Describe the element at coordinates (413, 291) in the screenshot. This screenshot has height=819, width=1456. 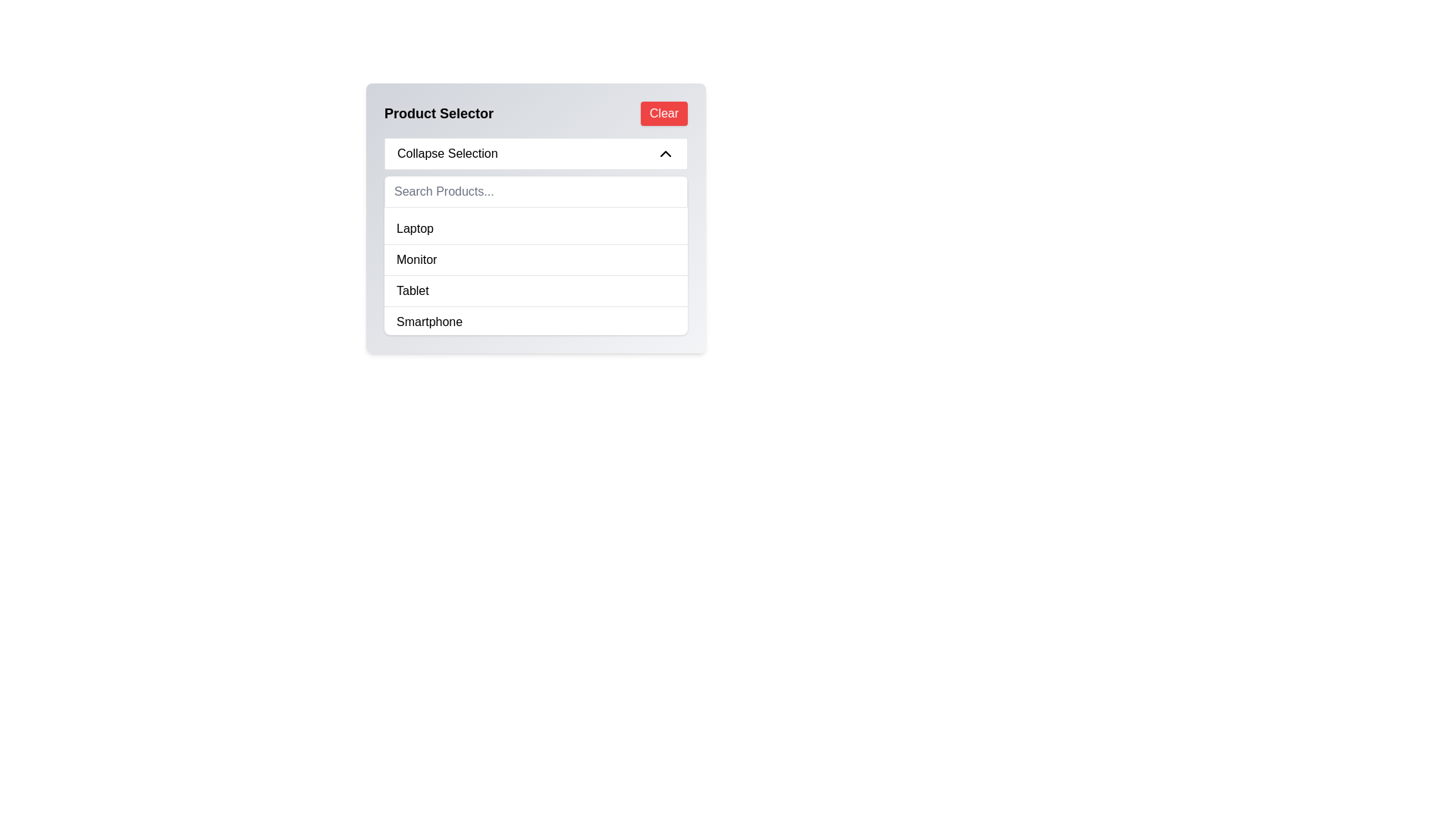
I see `the 'Tablet' selectable option within the product selector dropdown list` at that location.